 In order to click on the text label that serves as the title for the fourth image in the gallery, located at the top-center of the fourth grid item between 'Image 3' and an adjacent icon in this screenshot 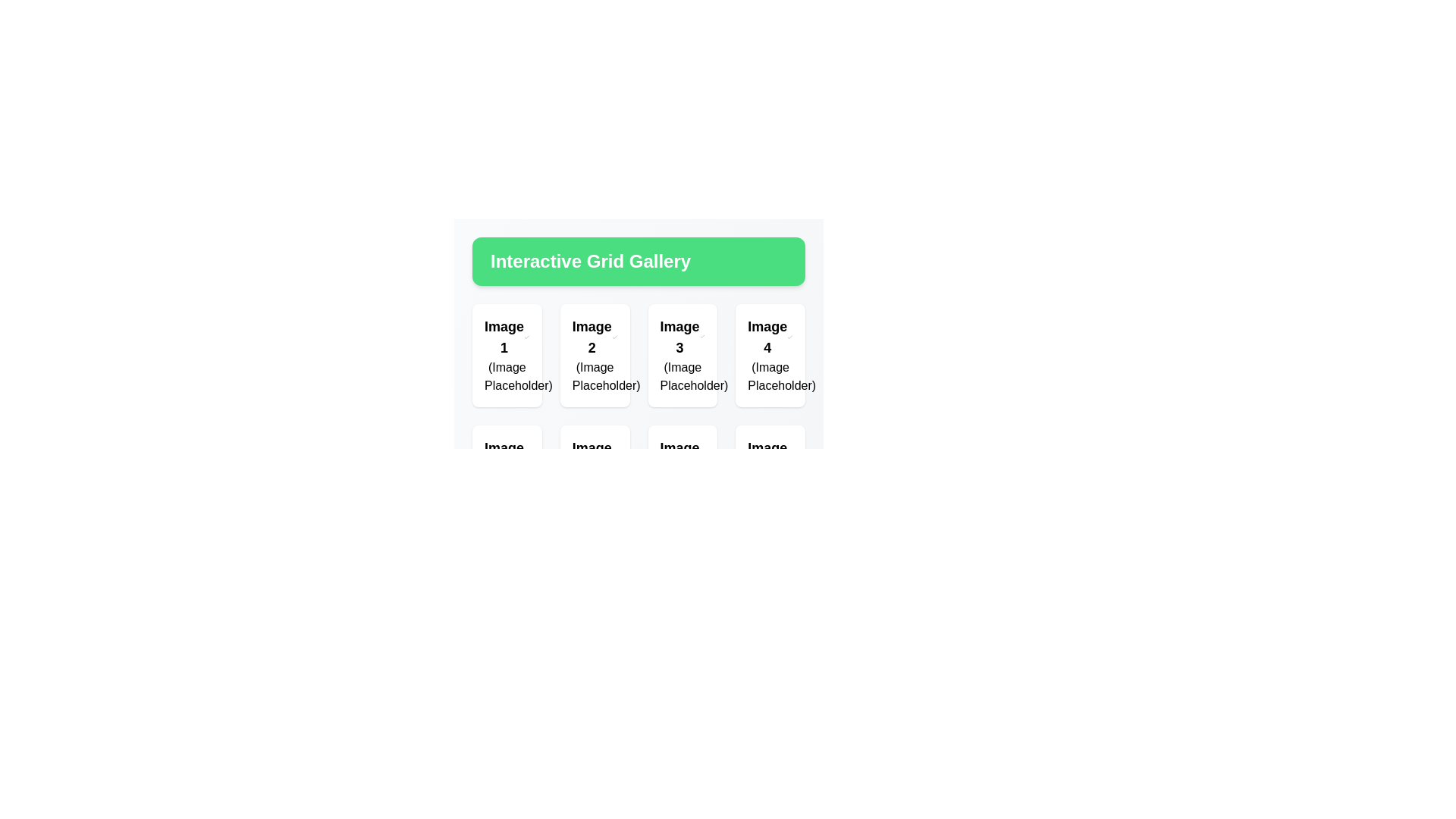, I will do `click(767, 336)`.